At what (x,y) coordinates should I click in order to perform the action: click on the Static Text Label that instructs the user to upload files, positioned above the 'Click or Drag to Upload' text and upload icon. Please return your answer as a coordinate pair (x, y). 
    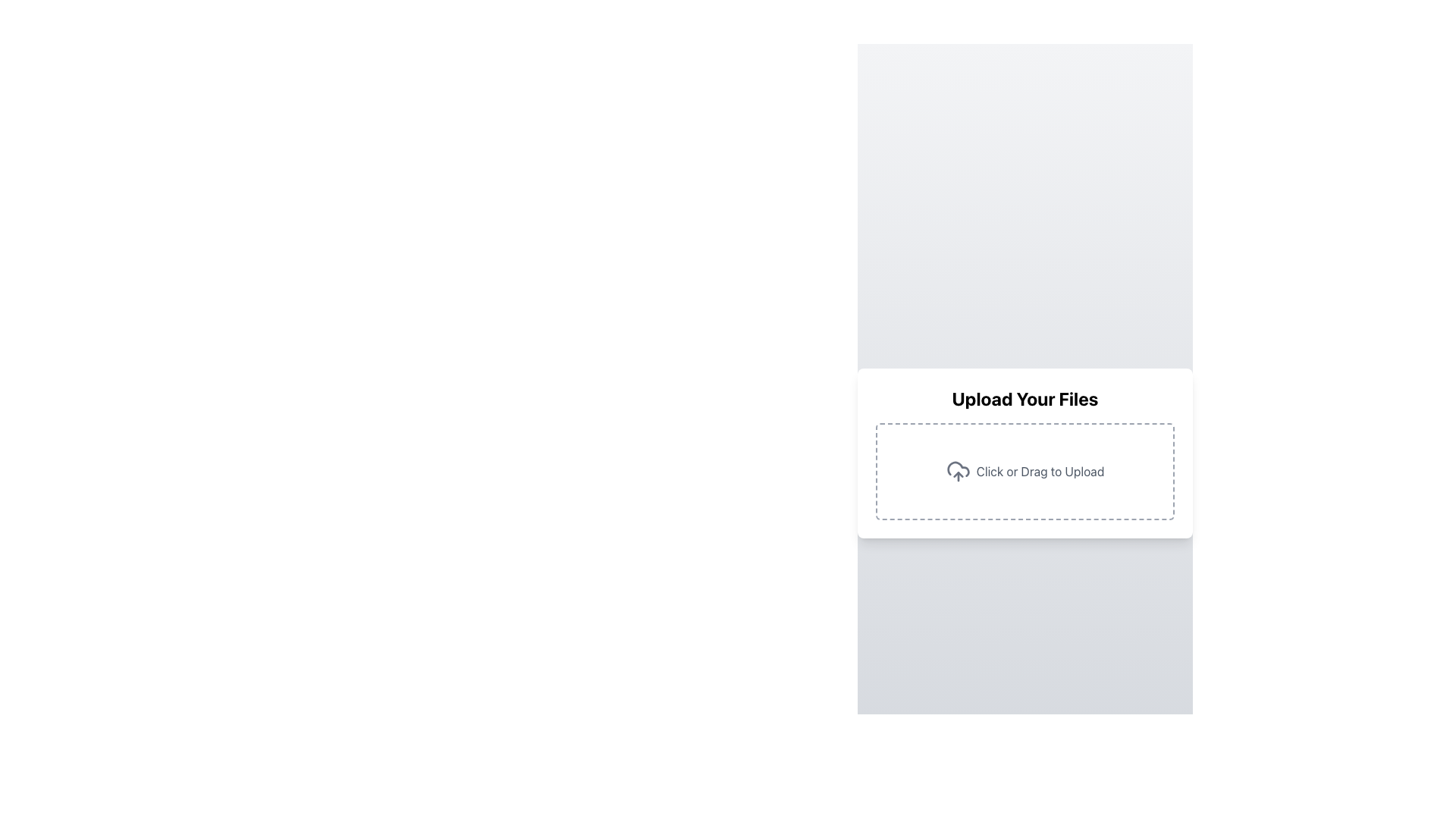
    Looking at the image, I should click on (1025, 397).